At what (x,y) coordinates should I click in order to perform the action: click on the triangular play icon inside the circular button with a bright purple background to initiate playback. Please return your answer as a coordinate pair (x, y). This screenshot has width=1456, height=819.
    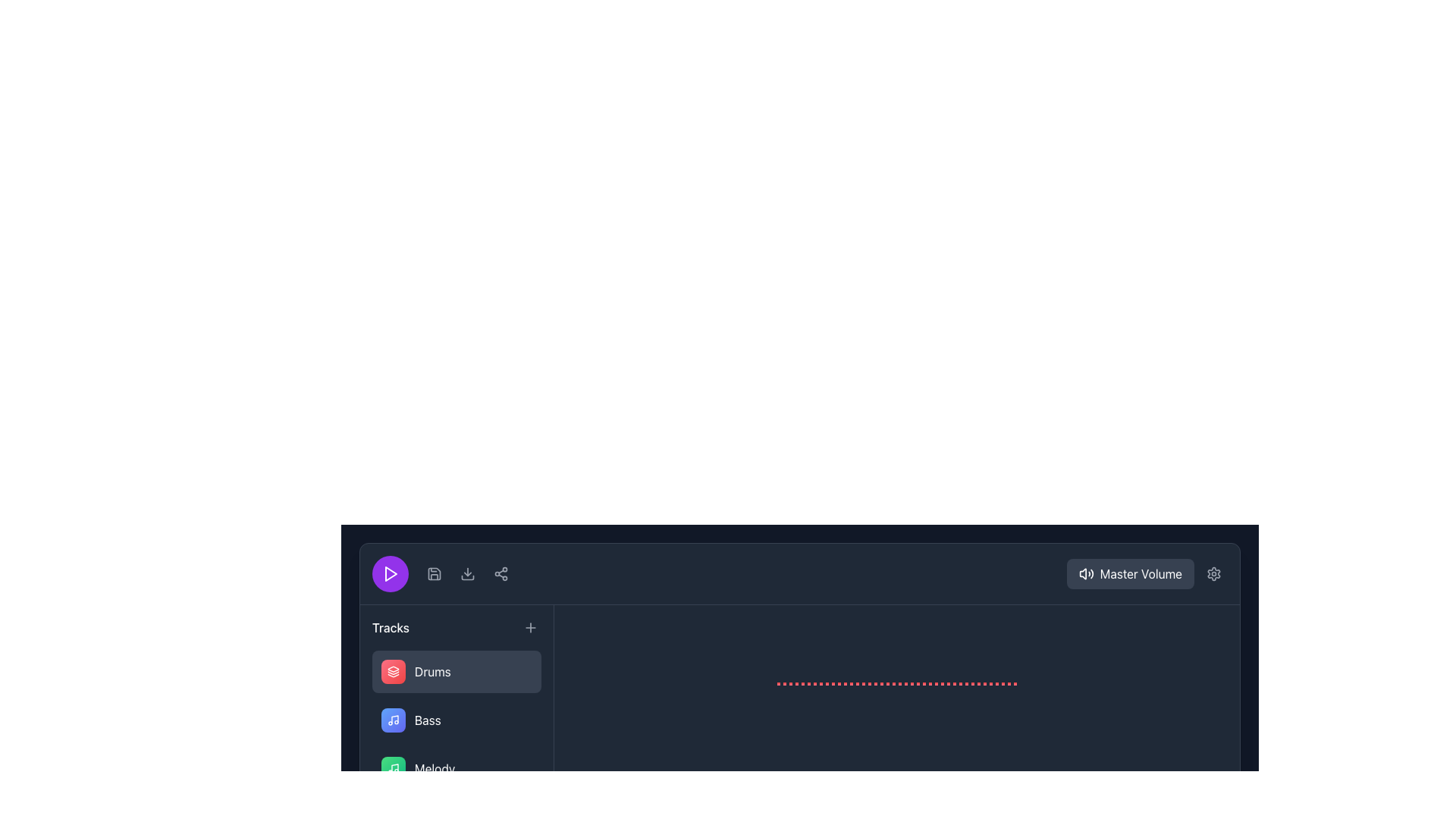
    Looking at the image, I should click on (390, 573).